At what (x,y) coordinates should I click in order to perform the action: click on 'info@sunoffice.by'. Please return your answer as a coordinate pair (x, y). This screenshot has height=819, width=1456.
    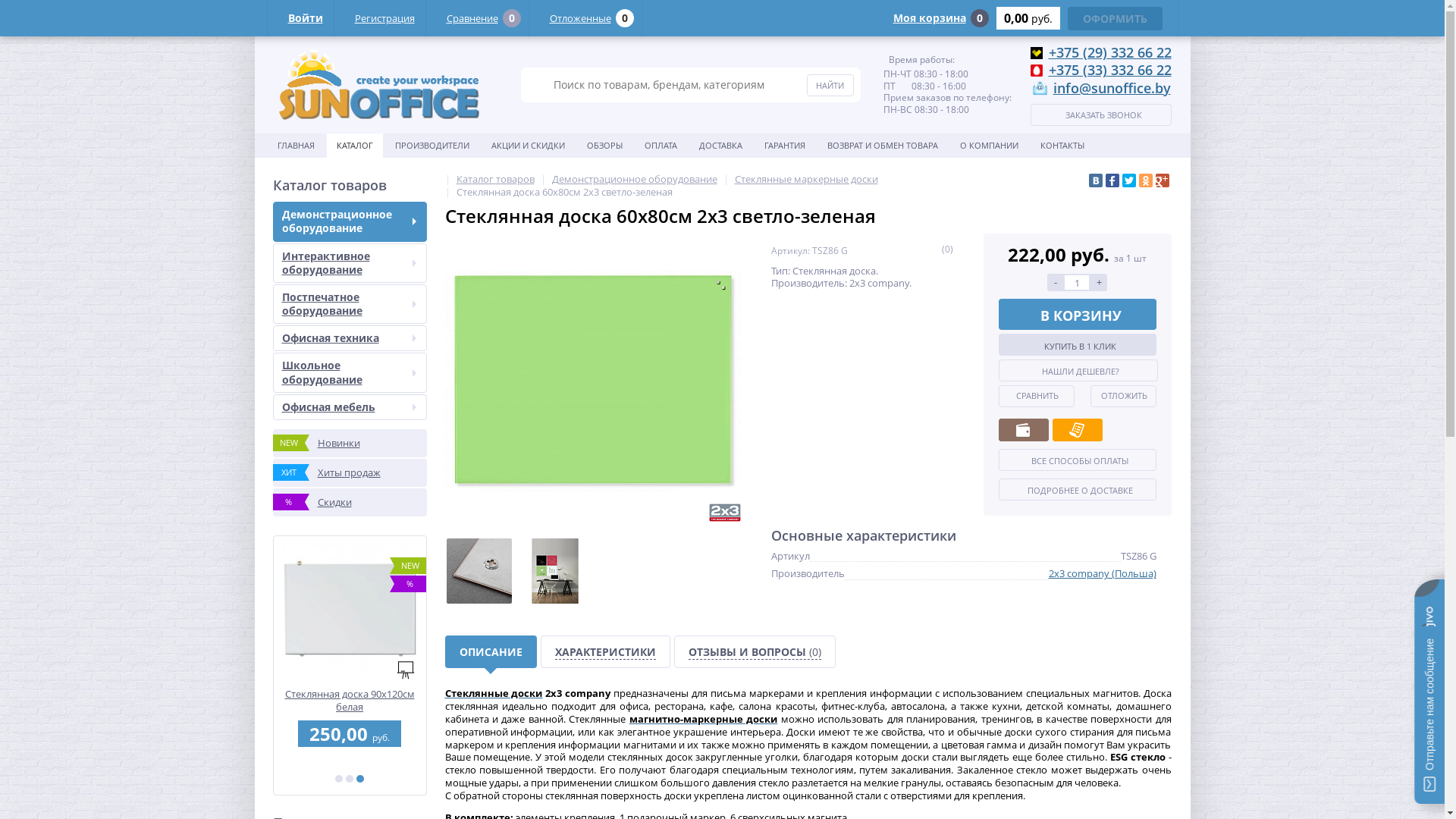
    Looking at the image, I should click on (1111, 87).